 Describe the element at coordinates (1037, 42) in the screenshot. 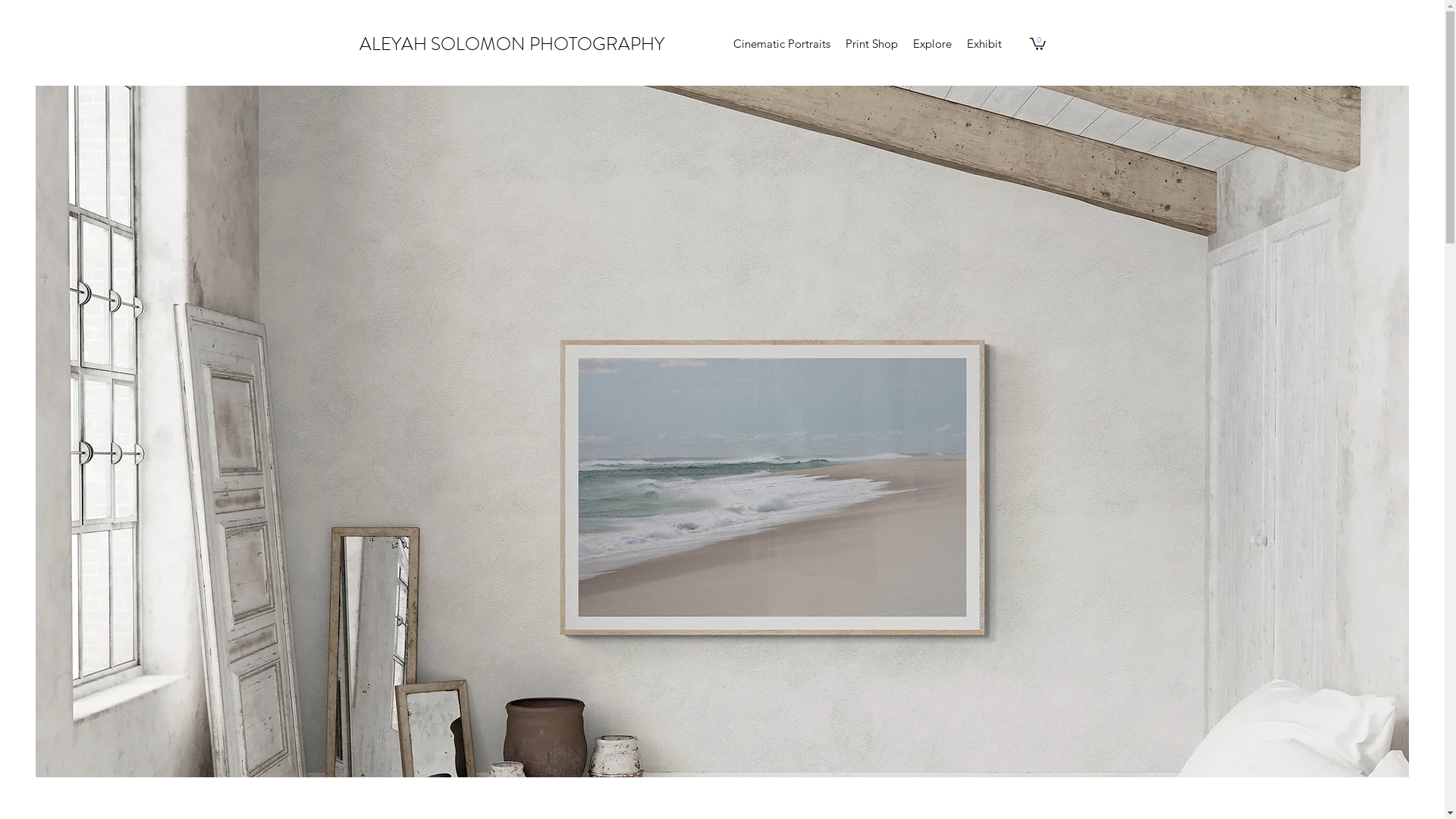

I see `'0'` at that location.